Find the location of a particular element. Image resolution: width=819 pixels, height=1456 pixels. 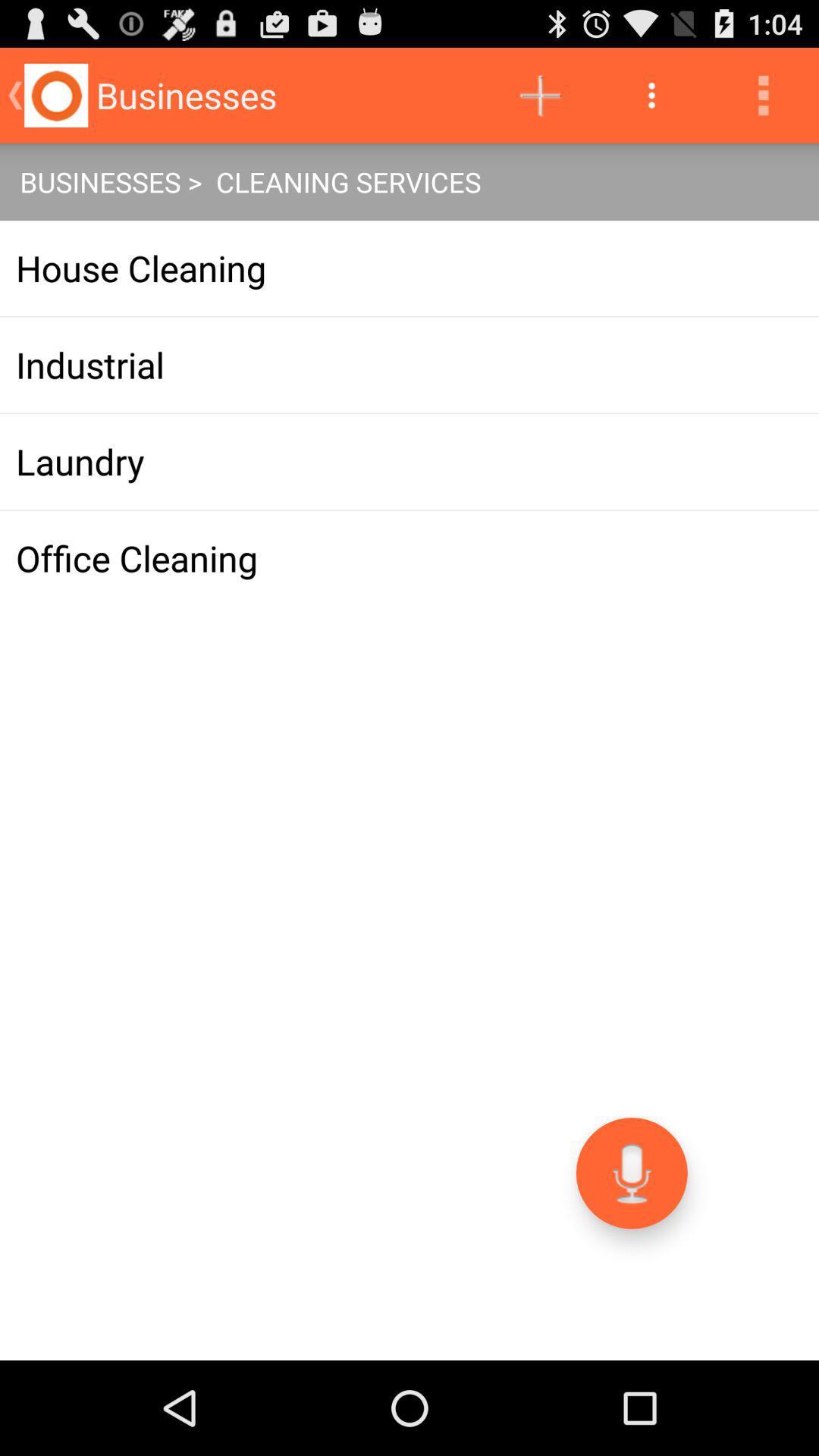

the icon below the industrial icon is located at coordinates (409, 461).